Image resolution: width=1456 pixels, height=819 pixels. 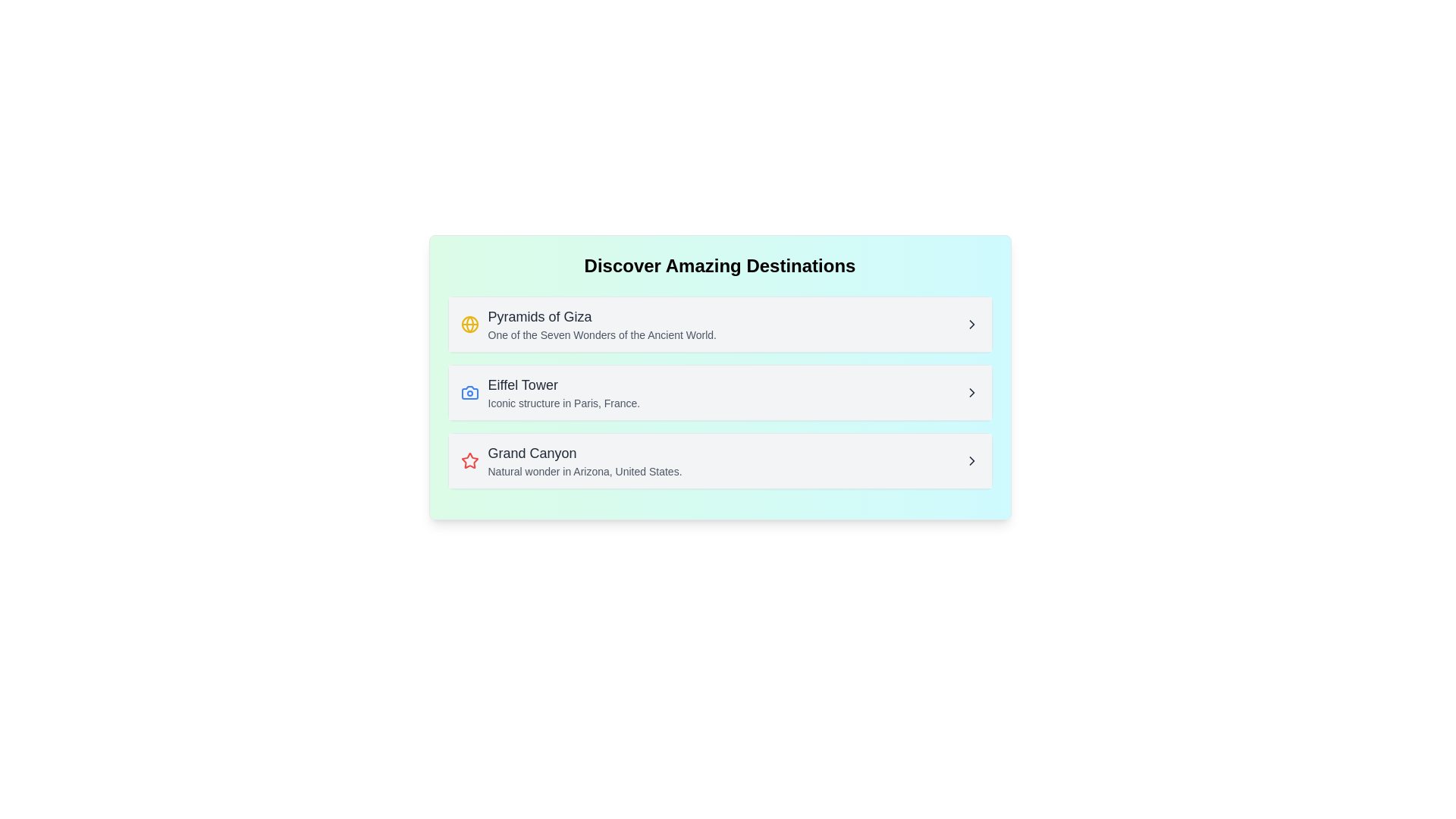 What do you see at coordinates (971, 460) in the screenshot?
I see `the SVG icon located in the right section of the 'Grand Canyon' card, which is the third card in the list of destinations` at bounding box center [971, 460].